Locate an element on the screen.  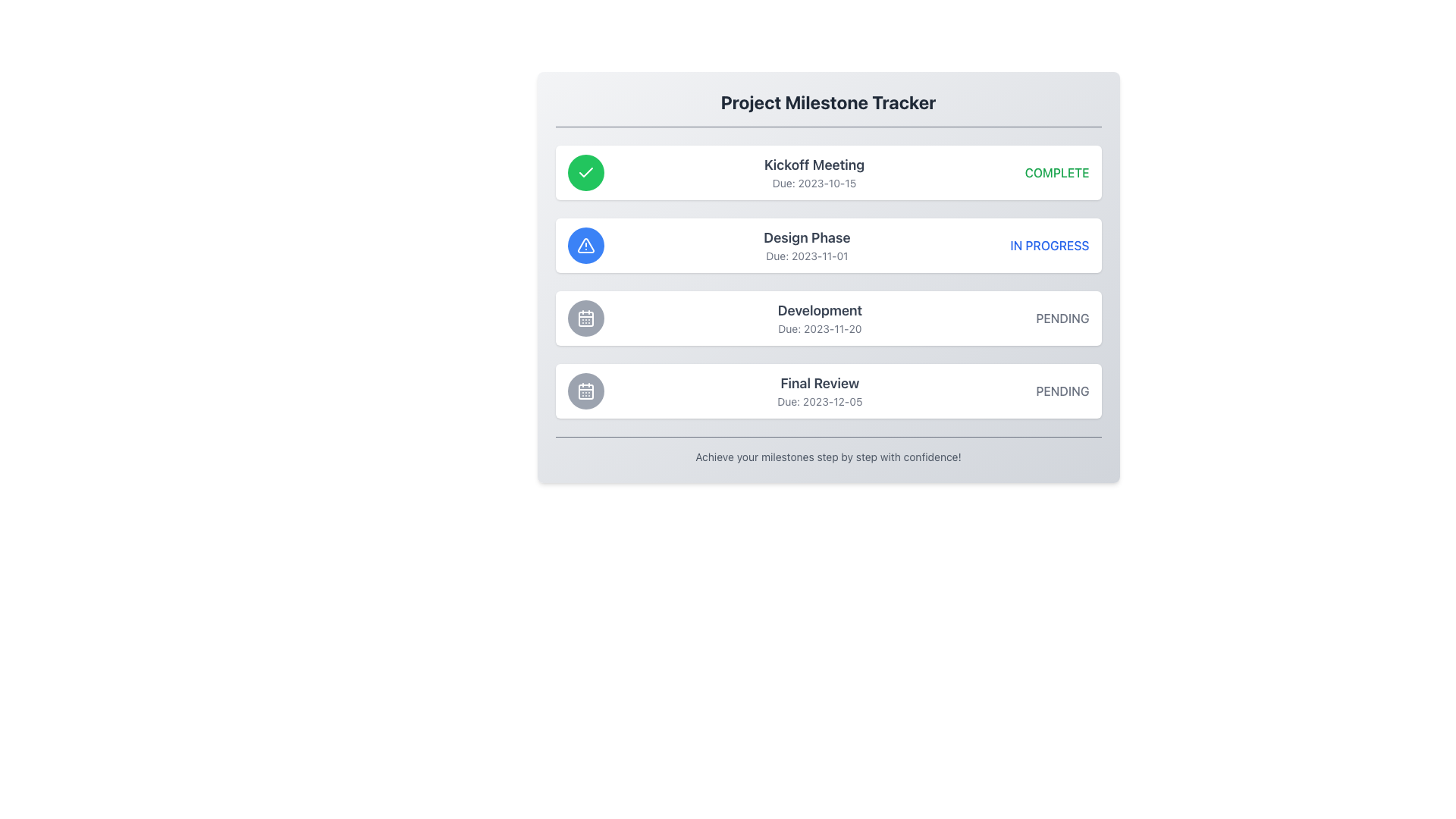
the encouragement text block located at the bottom of the 'Project Milestone Tracker' card, which serves to motivate users interacting with the milestone tracker is located at coordinates (827, 450).